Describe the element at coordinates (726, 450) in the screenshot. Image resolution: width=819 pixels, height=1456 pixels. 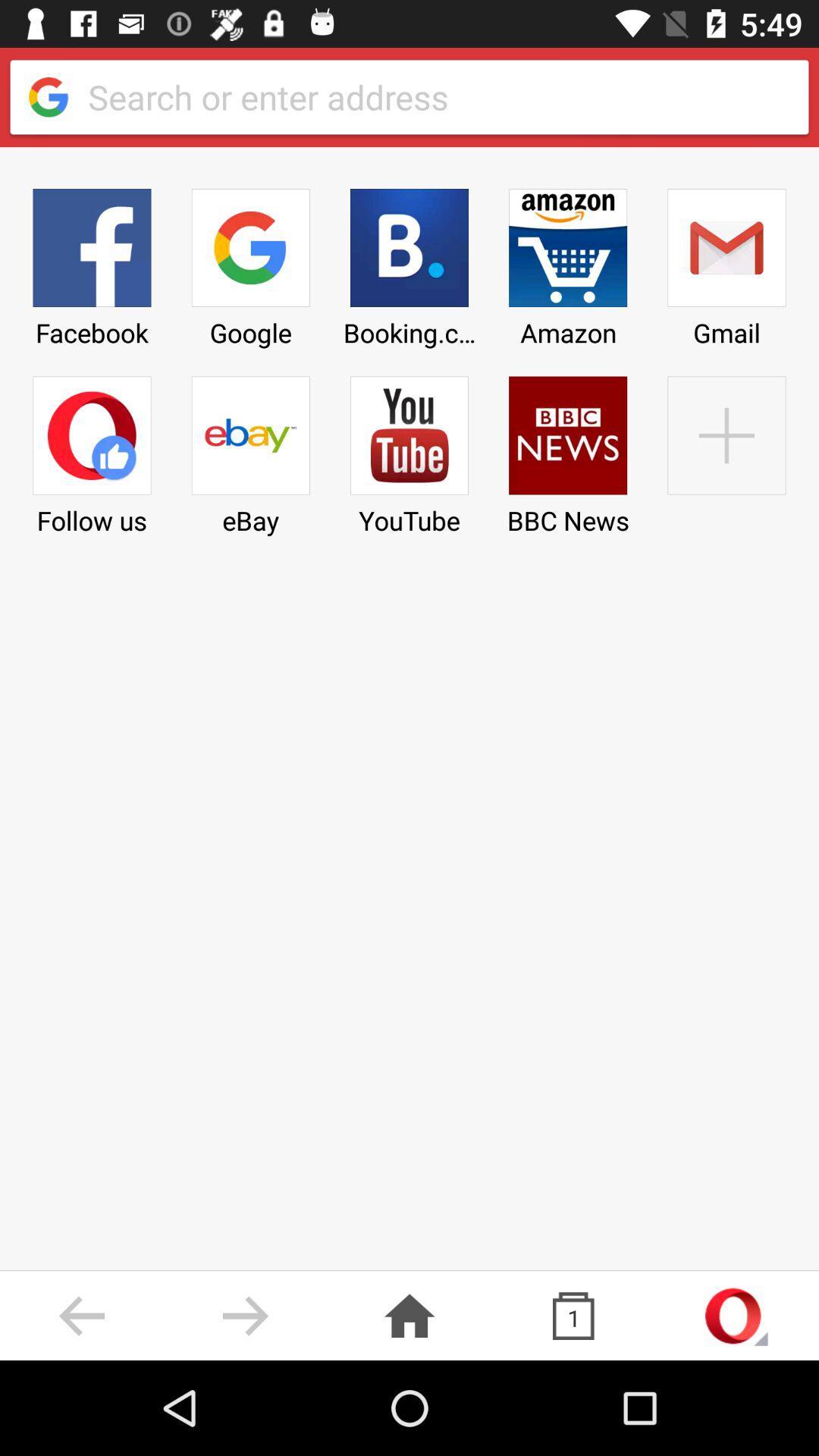
I see `item to the right of the amazon icon` at that location.